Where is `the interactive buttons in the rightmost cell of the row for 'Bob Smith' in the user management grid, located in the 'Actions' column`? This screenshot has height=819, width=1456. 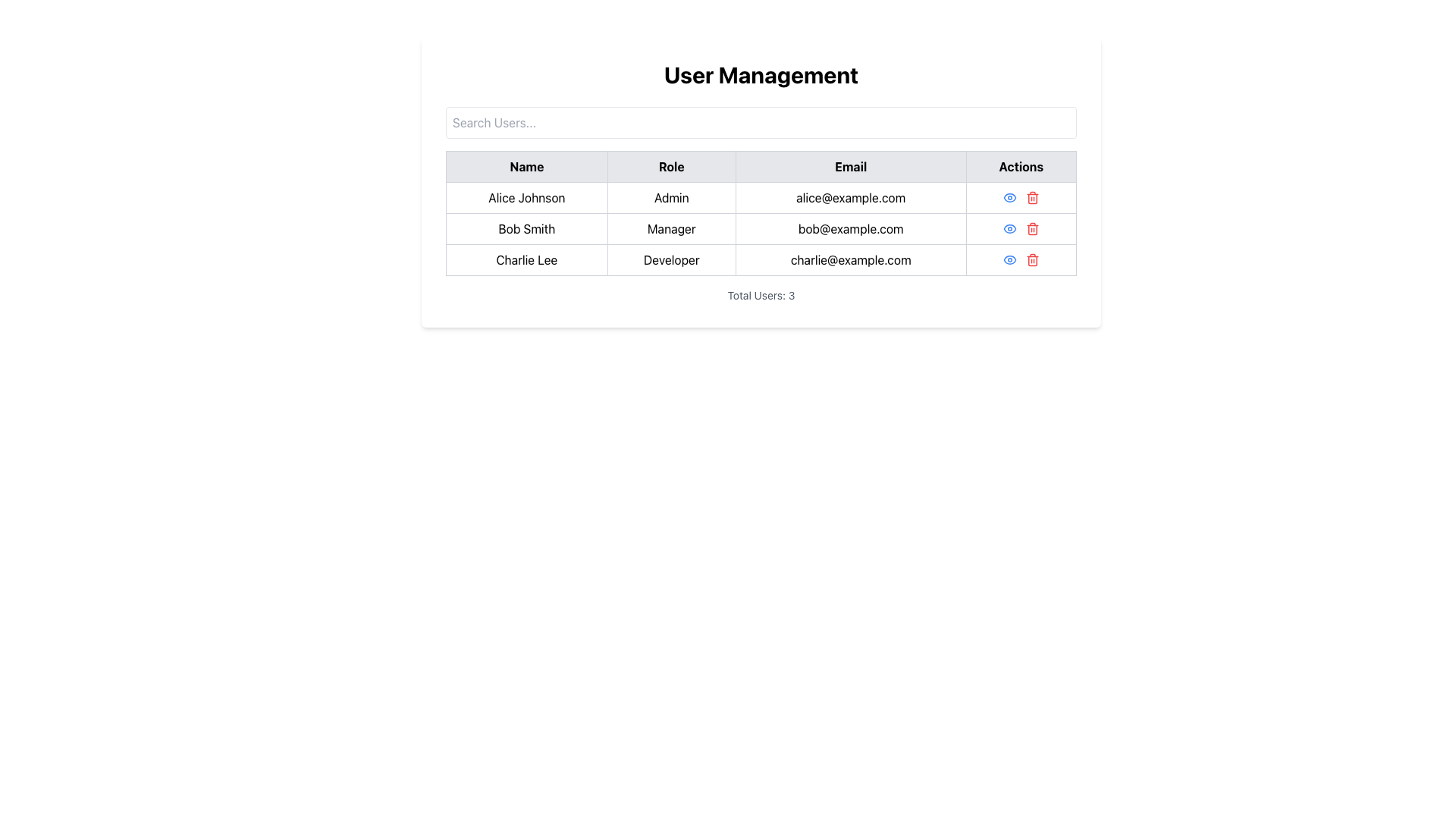 the interactive buttons in the rightmost cell of the row for 'Bob Smith' in the user management grid, located in the 'Actions' column is located at coordinates (1021, 228).